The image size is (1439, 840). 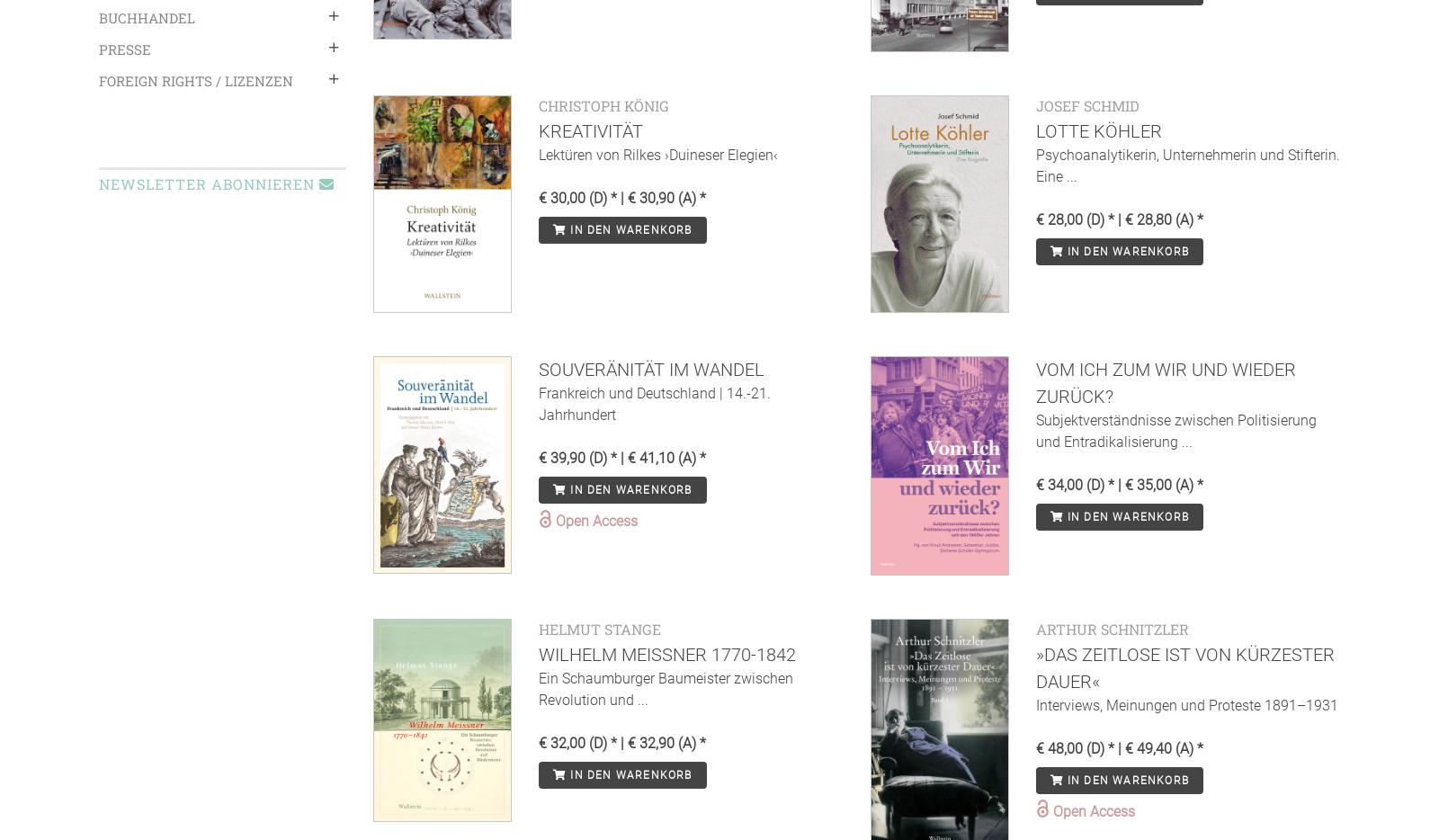 I want to click on 'Arthur Schnitzler', so click(x=1035, y=627).